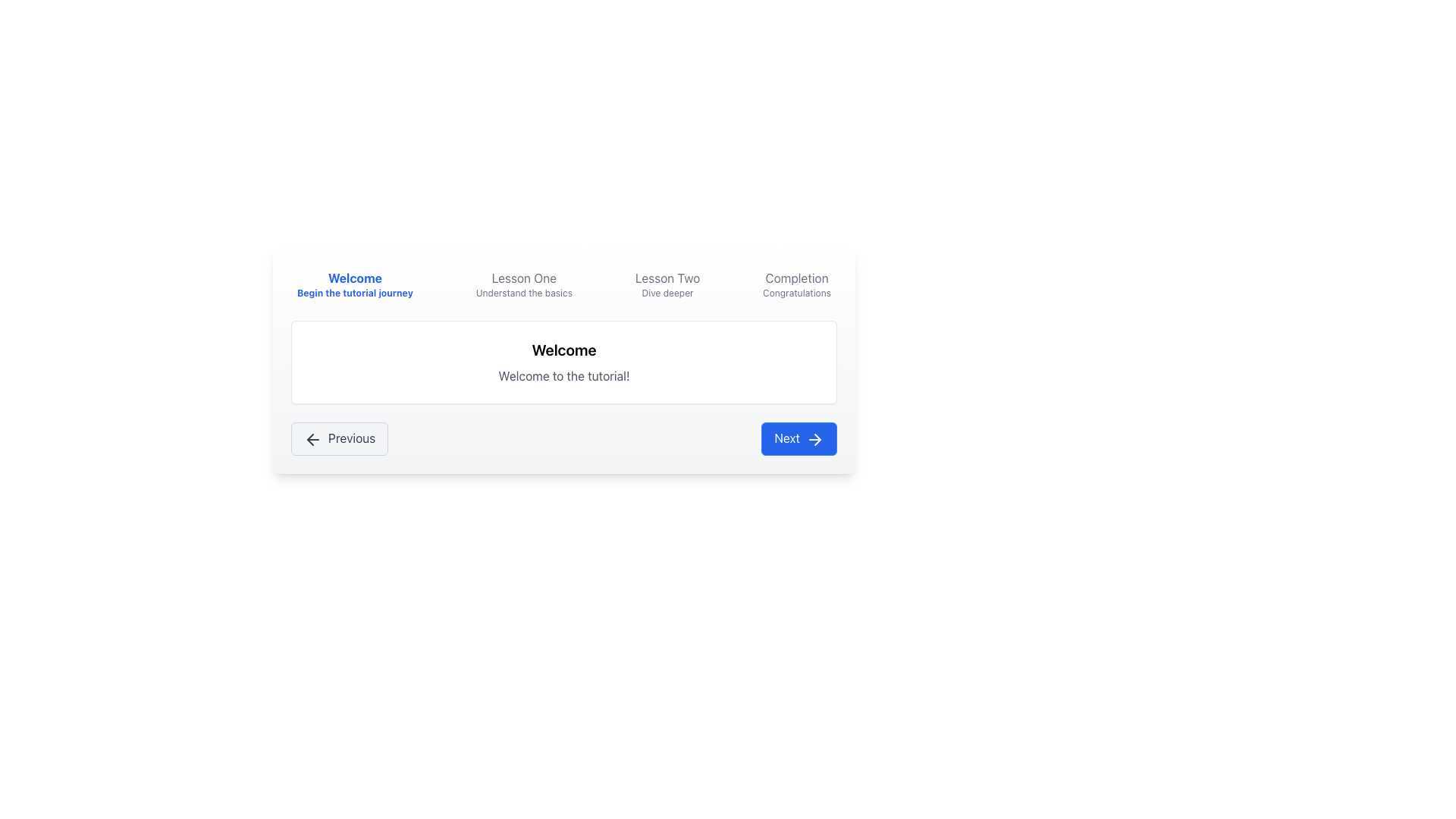 The image size is (1456, 819). What do you see at coordinates (524, 293) in the screenshot?
I see `the text label reading 'Understand the basics.' which is located below the 'Lesson One' label, centrally aligned with it` at bounding box center [524, 293].